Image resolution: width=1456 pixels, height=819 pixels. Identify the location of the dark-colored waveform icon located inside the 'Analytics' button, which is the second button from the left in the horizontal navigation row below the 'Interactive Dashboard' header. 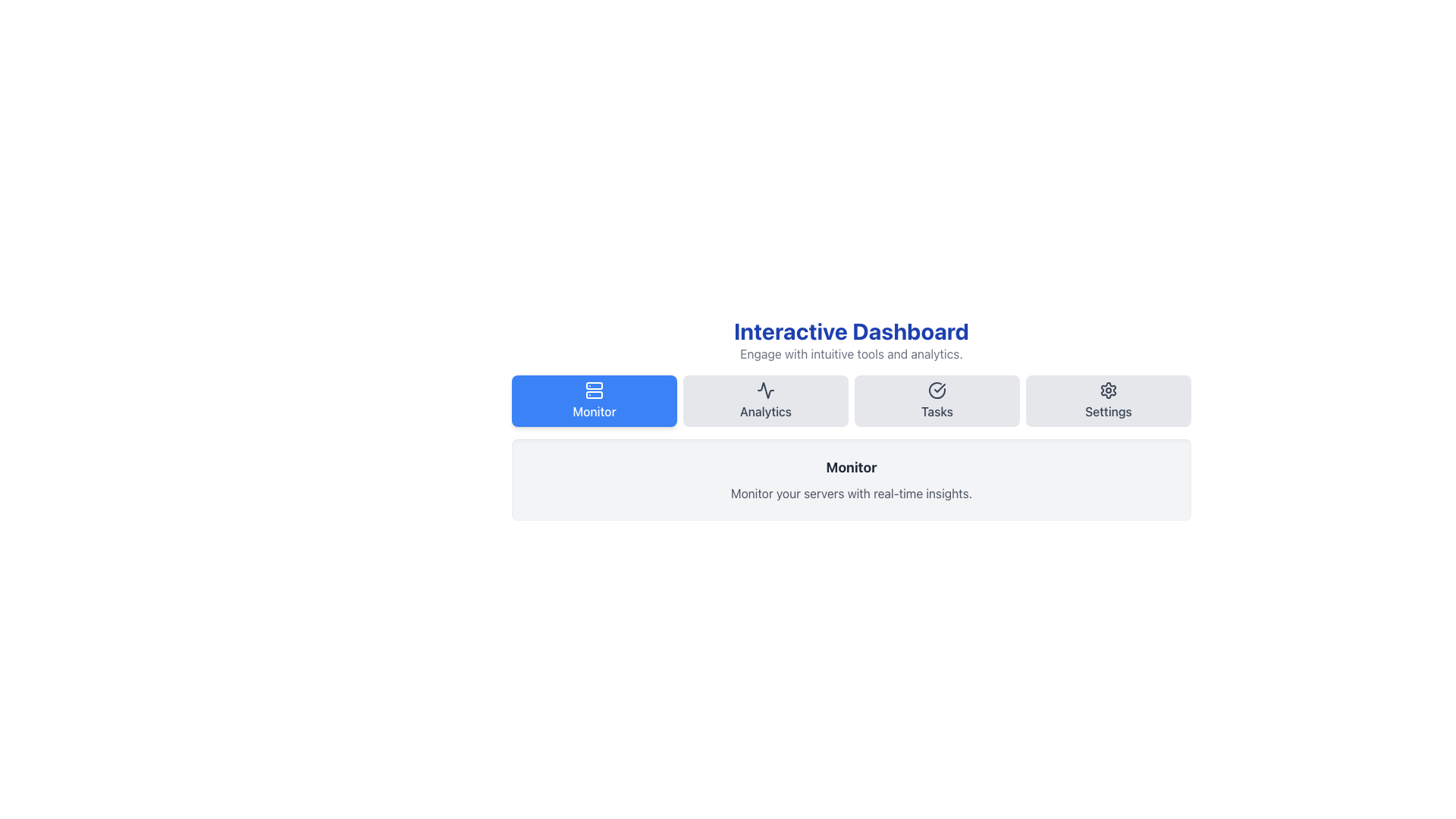
(765, 390).